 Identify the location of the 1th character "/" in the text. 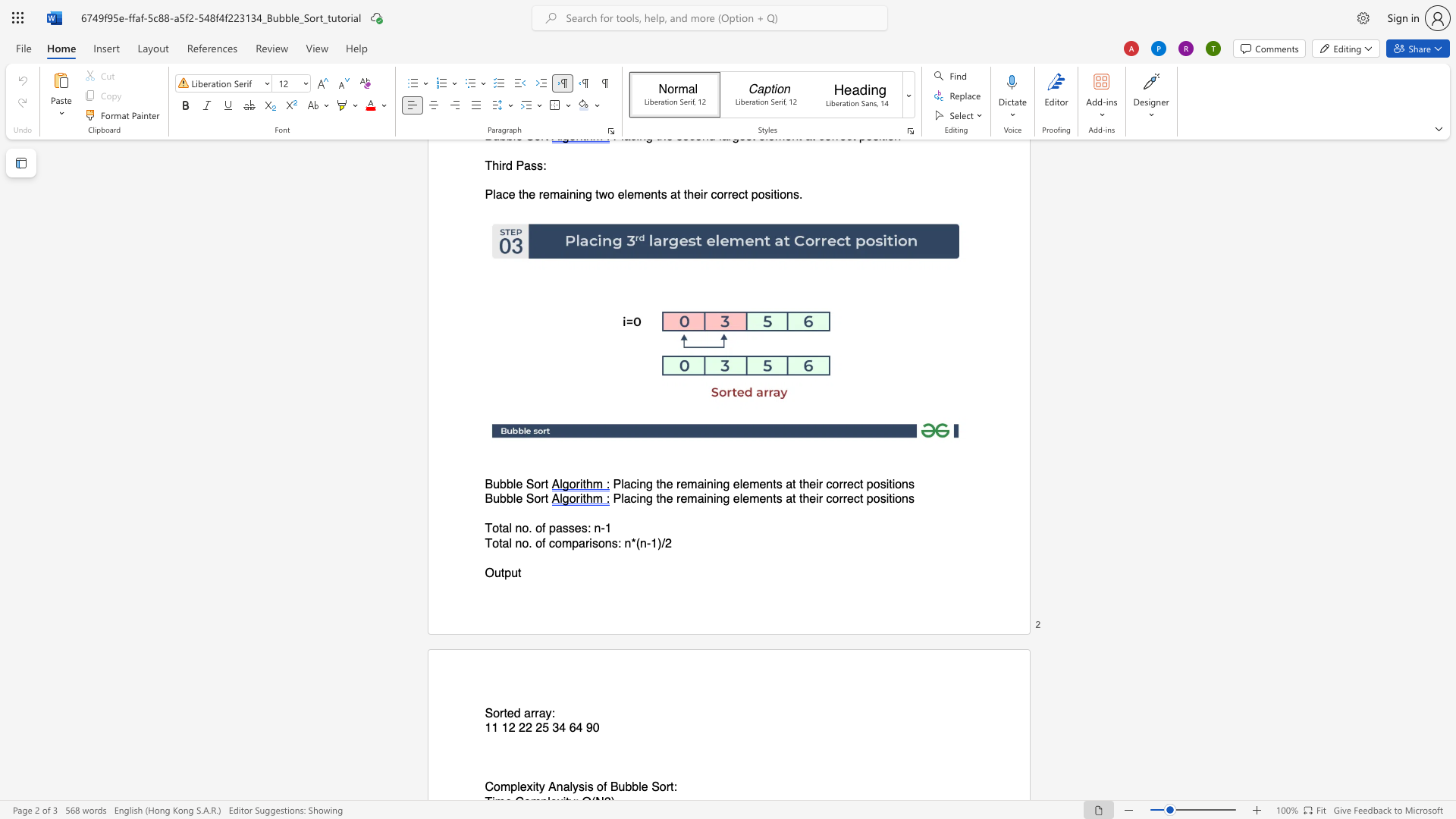
(663, 542).